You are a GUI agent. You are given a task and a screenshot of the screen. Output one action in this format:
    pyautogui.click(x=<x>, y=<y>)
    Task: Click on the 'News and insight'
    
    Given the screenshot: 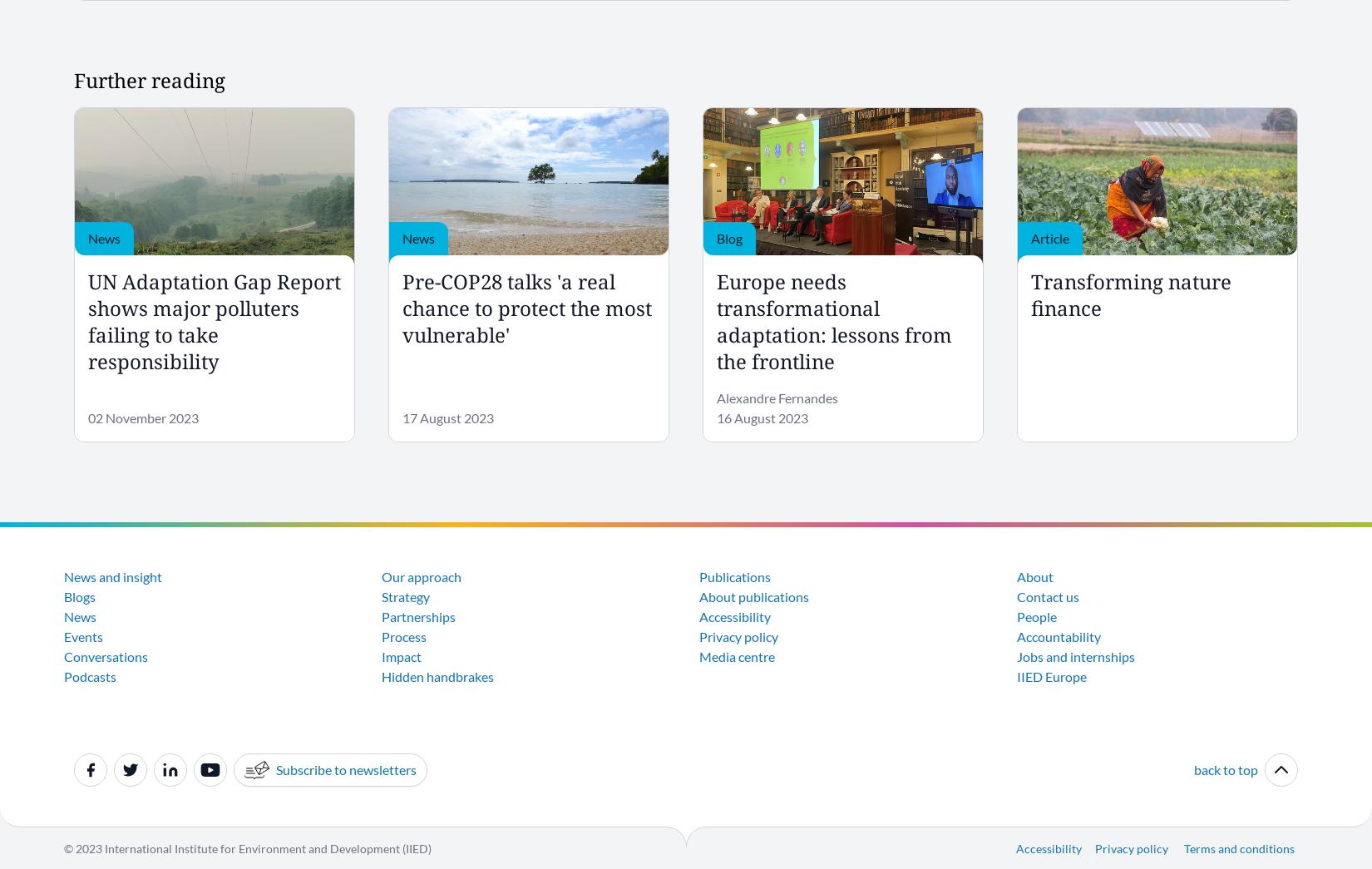 What is the action you would take?
    pyautogui.click(x=112, y=575)
    